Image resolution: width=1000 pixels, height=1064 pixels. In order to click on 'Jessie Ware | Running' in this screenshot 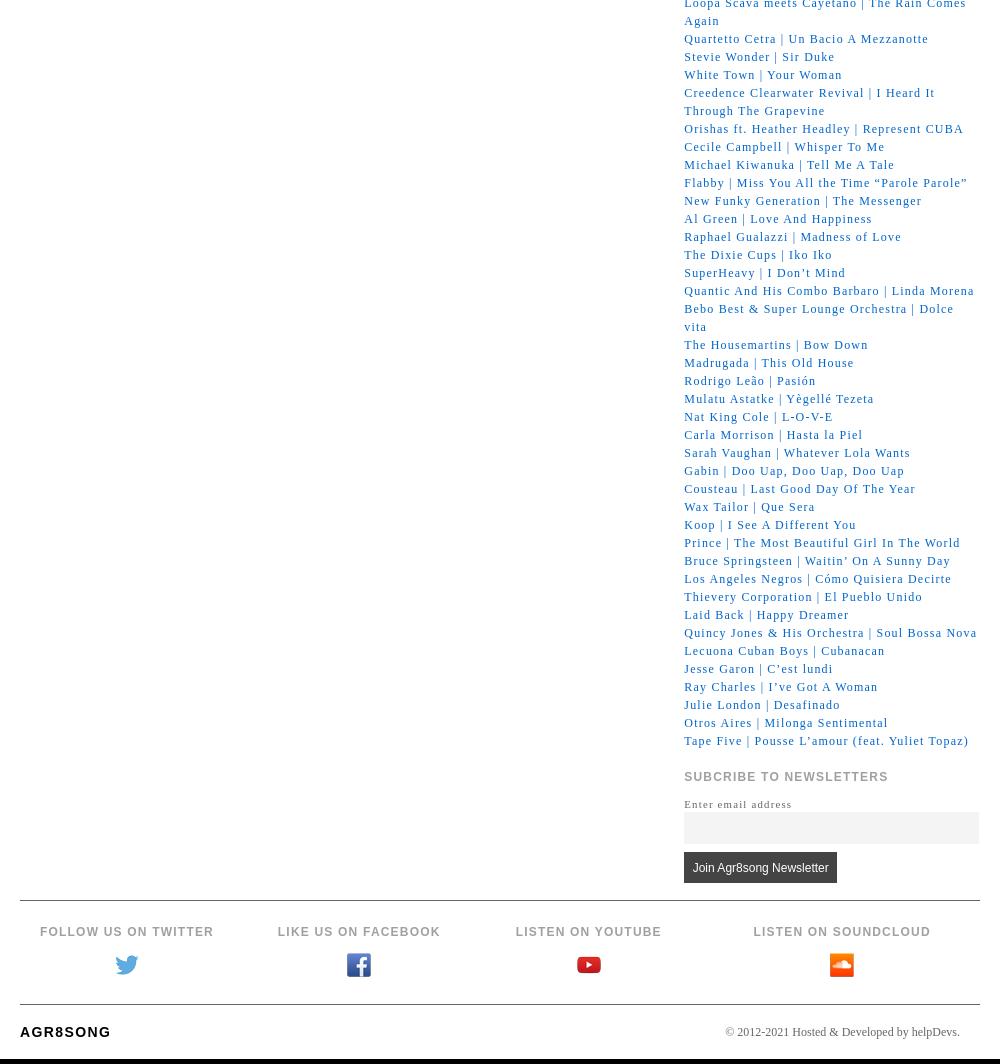, I will do `click(684, 1046)`.